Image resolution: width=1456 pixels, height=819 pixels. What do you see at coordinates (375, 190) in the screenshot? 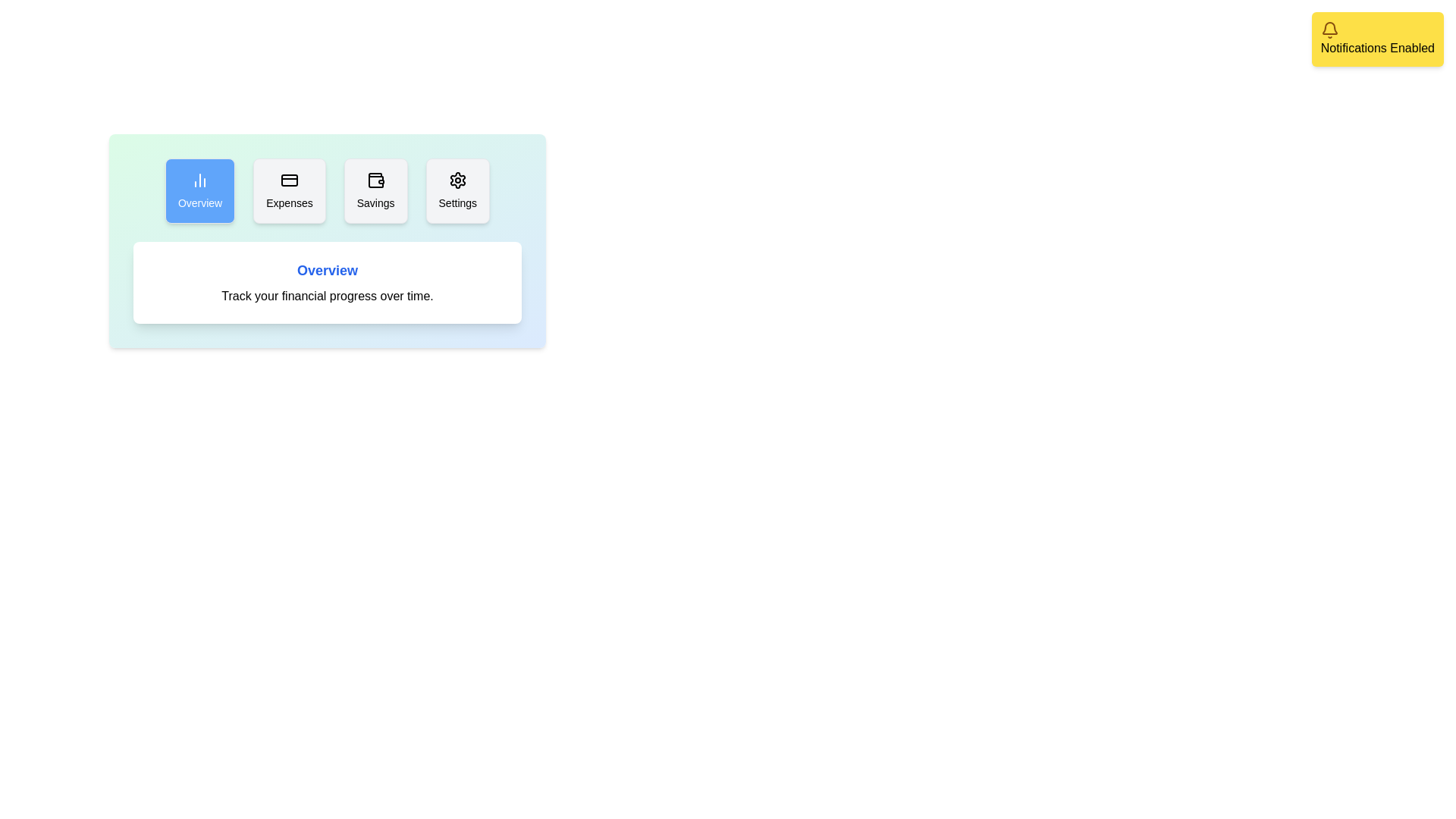
I see `the tab Savings by clicking on it` at bounding box center [375, 190].